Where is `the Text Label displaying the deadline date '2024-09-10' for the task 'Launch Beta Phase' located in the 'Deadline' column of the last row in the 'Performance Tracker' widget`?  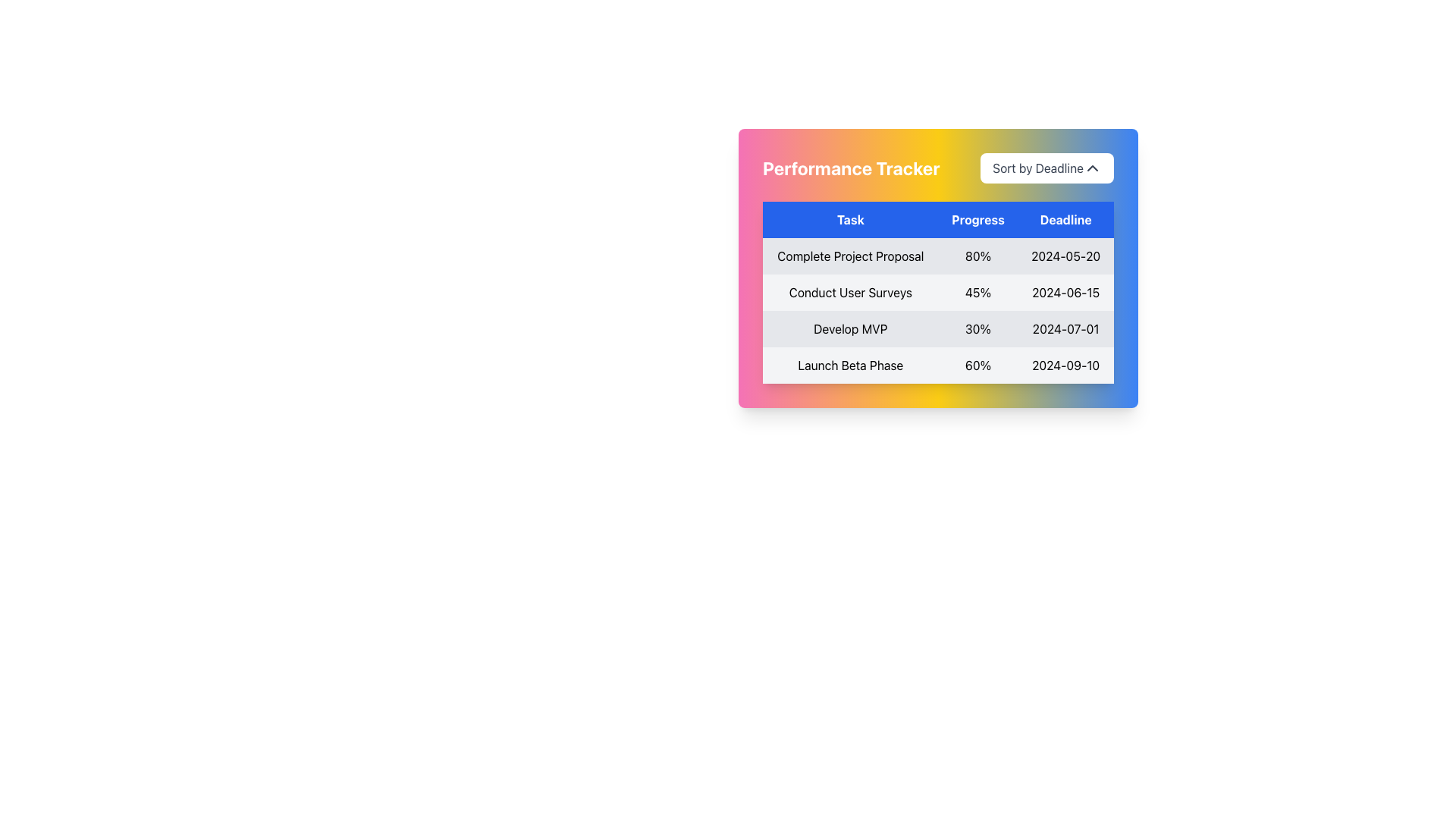 the Text Label displaying the deadline date '2024-09-10' for the task 'Launch Beta Phase' located in the 'Deadline' column of the last row in the 'Performance Tracker' widget is located at coordinates (1065, 366).